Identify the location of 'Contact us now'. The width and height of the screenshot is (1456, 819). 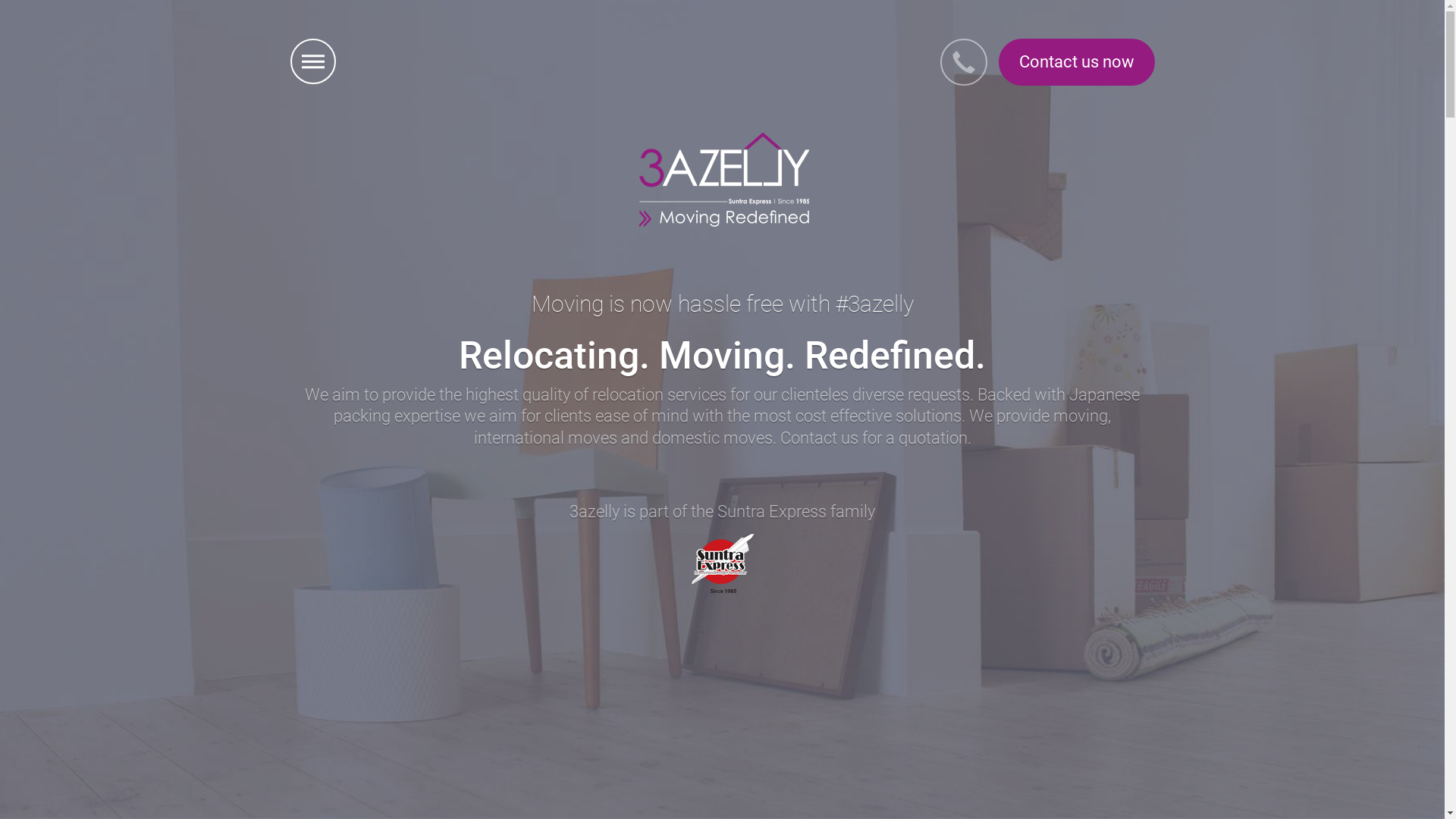
(1075, 61).